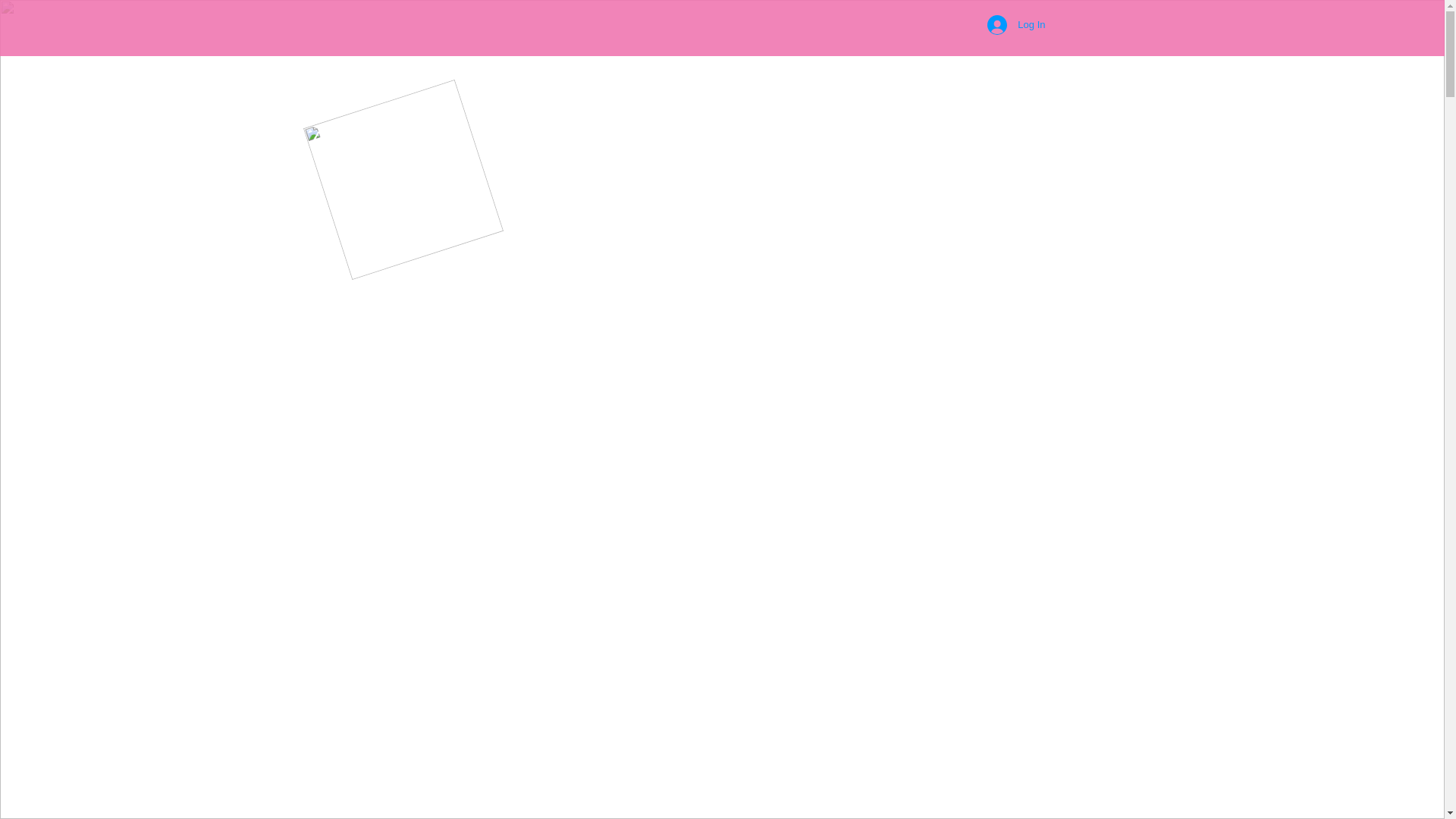  What do you see at coordinates (1015, 25) in the screenshot?
I see `'Log In'` at bounding box center [1015, 25].